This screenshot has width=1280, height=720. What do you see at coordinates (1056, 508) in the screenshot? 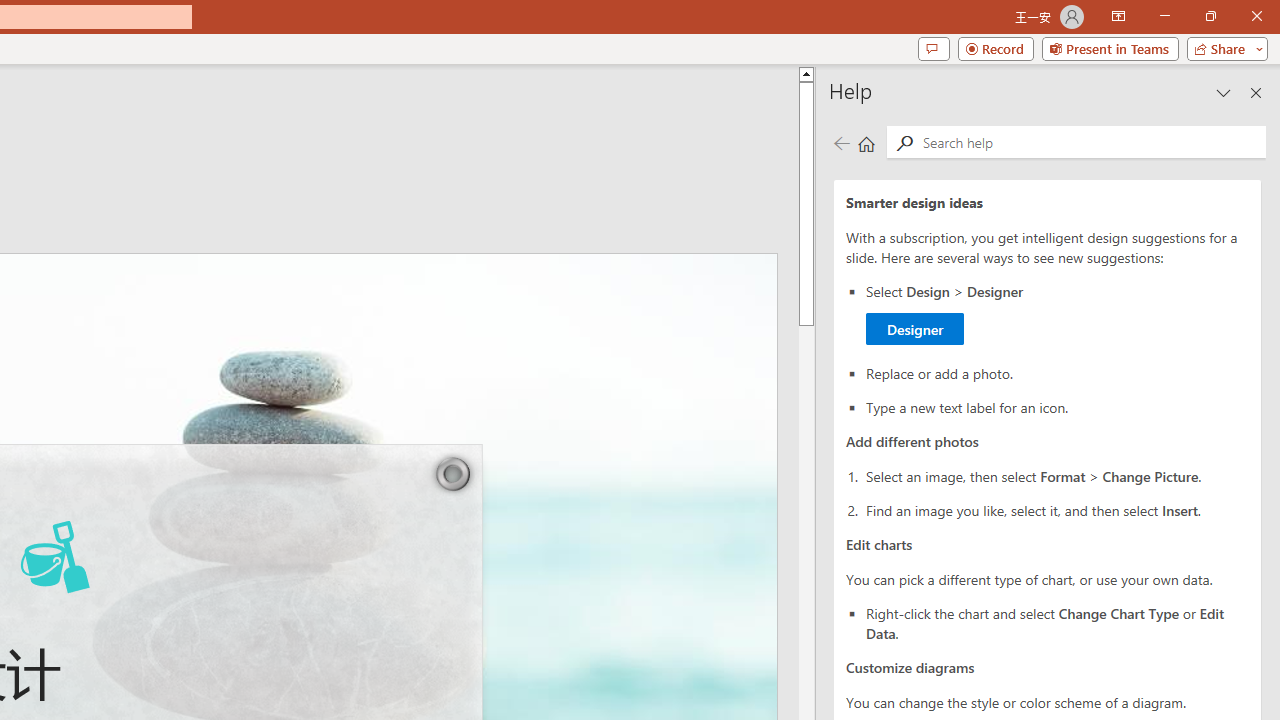
I see `'Find an image you like, select it, and then select Insert.'` at bounding box center [1056, 508].